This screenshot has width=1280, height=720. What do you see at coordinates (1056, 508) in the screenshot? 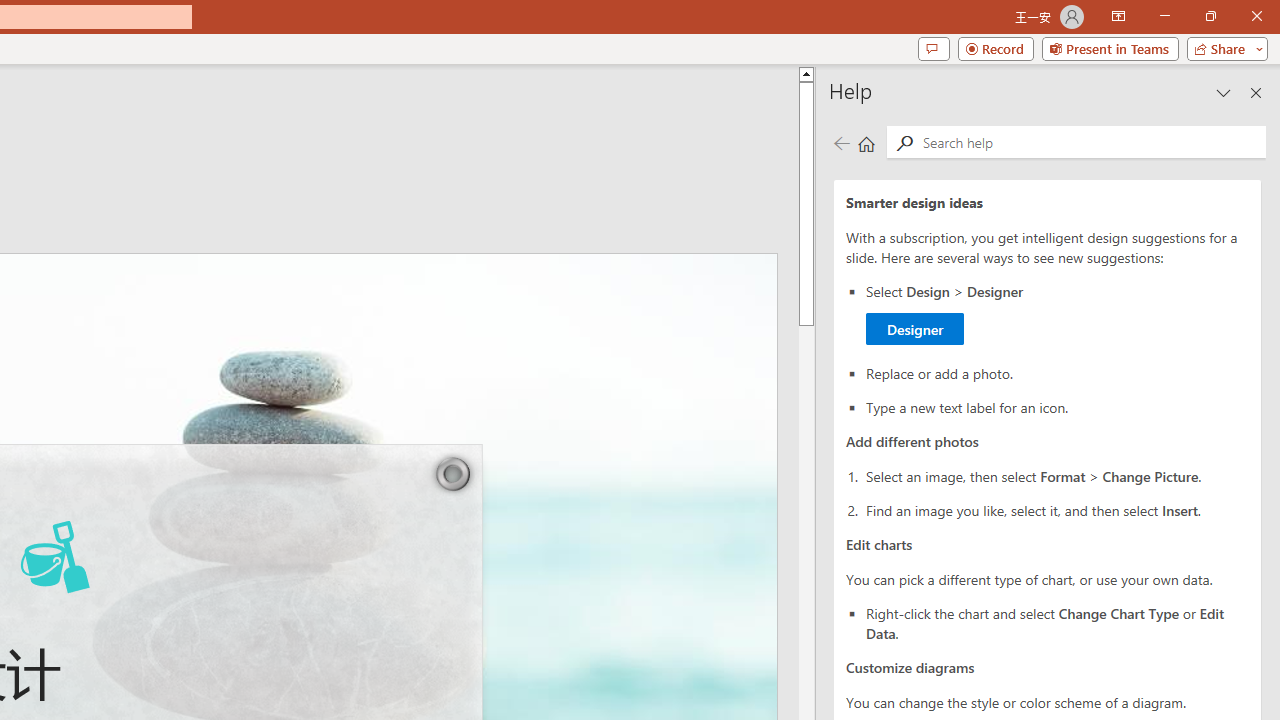
I see `'Find an image you like, select it, and then select Insert.'` at bounding box center [1056, 508].